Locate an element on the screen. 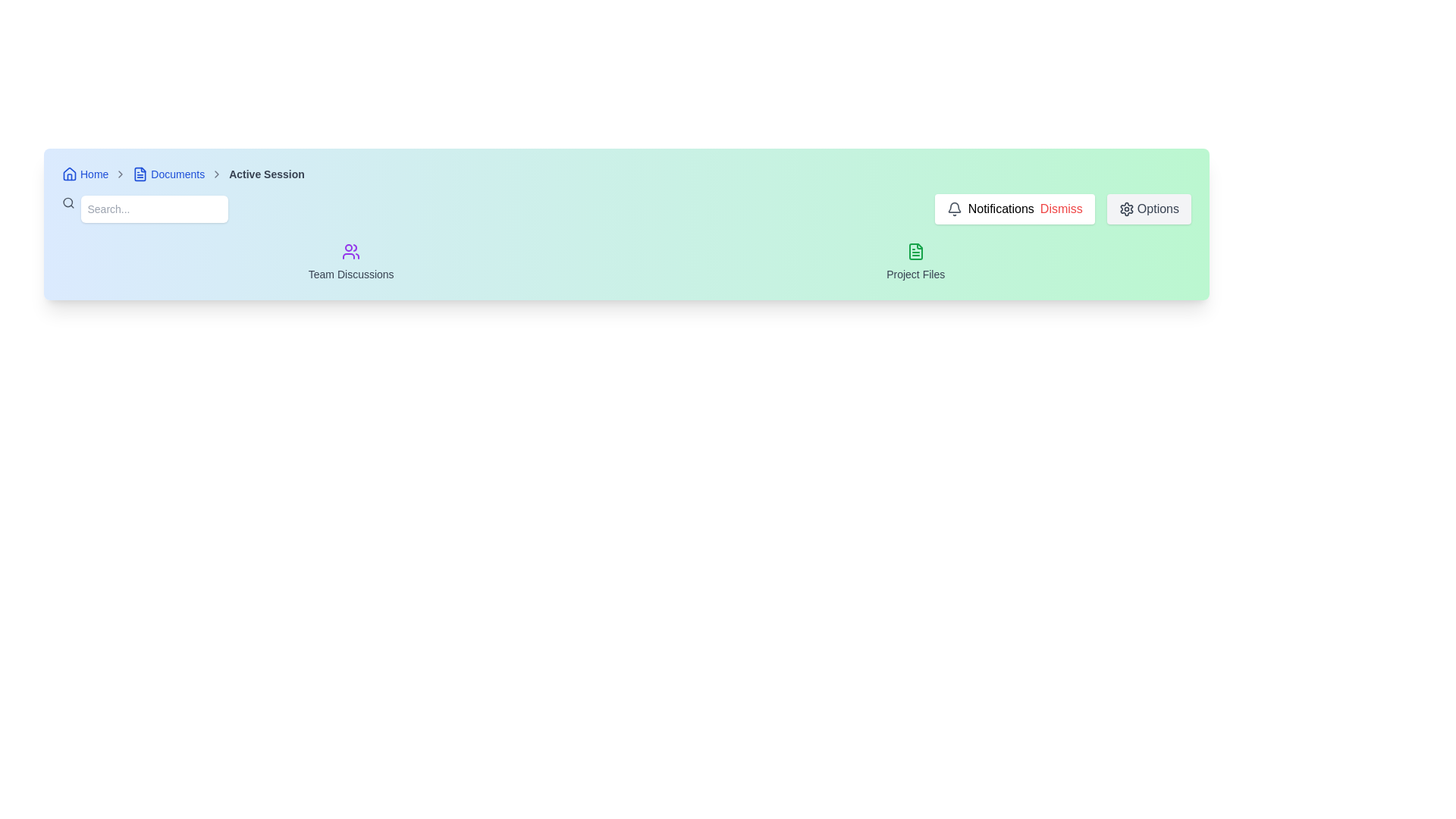  the Text Label that indicates a section for project files or related resources, located centrally below a file icon and adjacent to the 'Notifications' and 'Options' buttons is located at coordinates (915, 275).